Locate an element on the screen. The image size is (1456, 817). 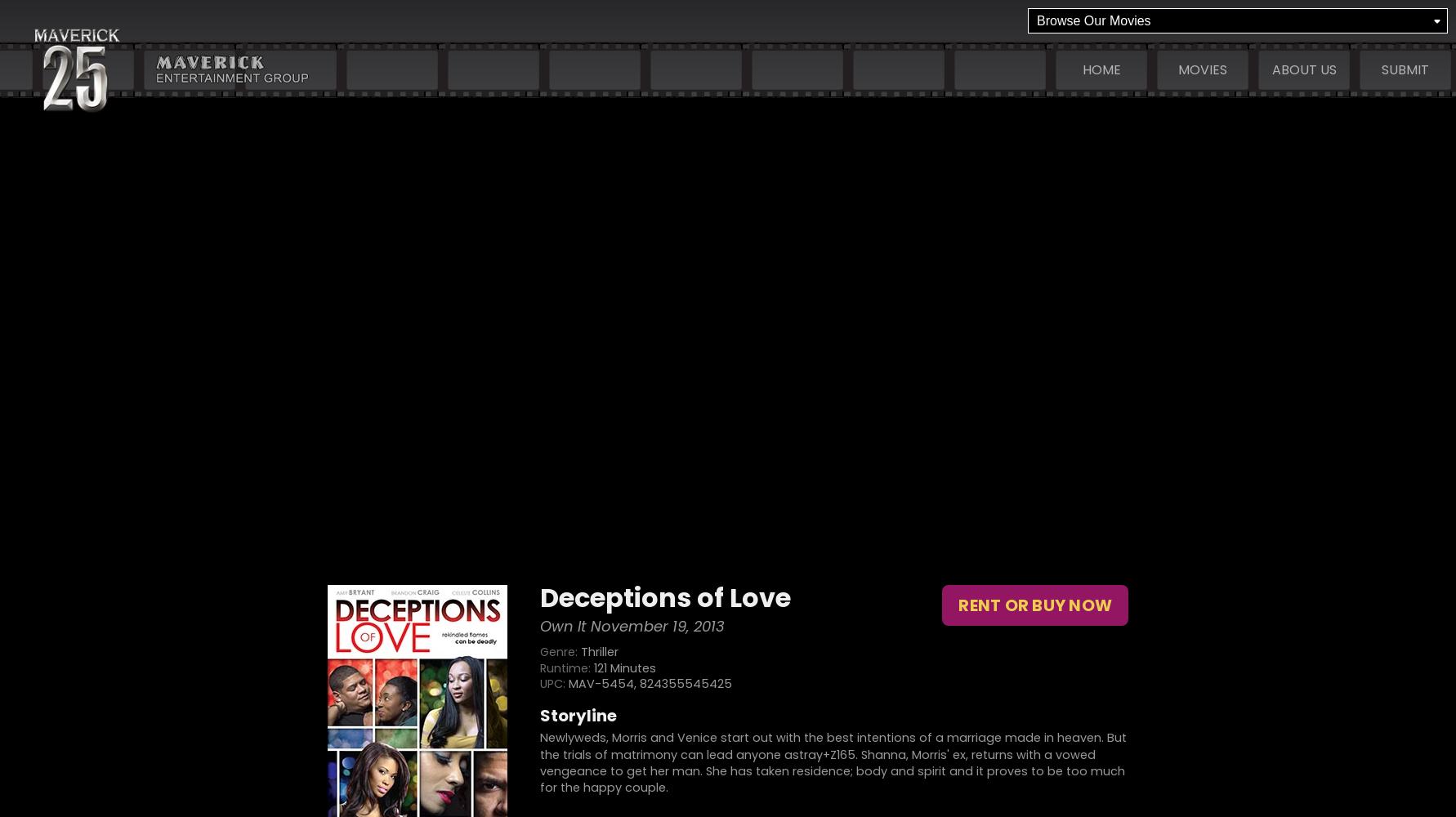
'Own It November 19, 2013' is located at coordinates (538, 626).